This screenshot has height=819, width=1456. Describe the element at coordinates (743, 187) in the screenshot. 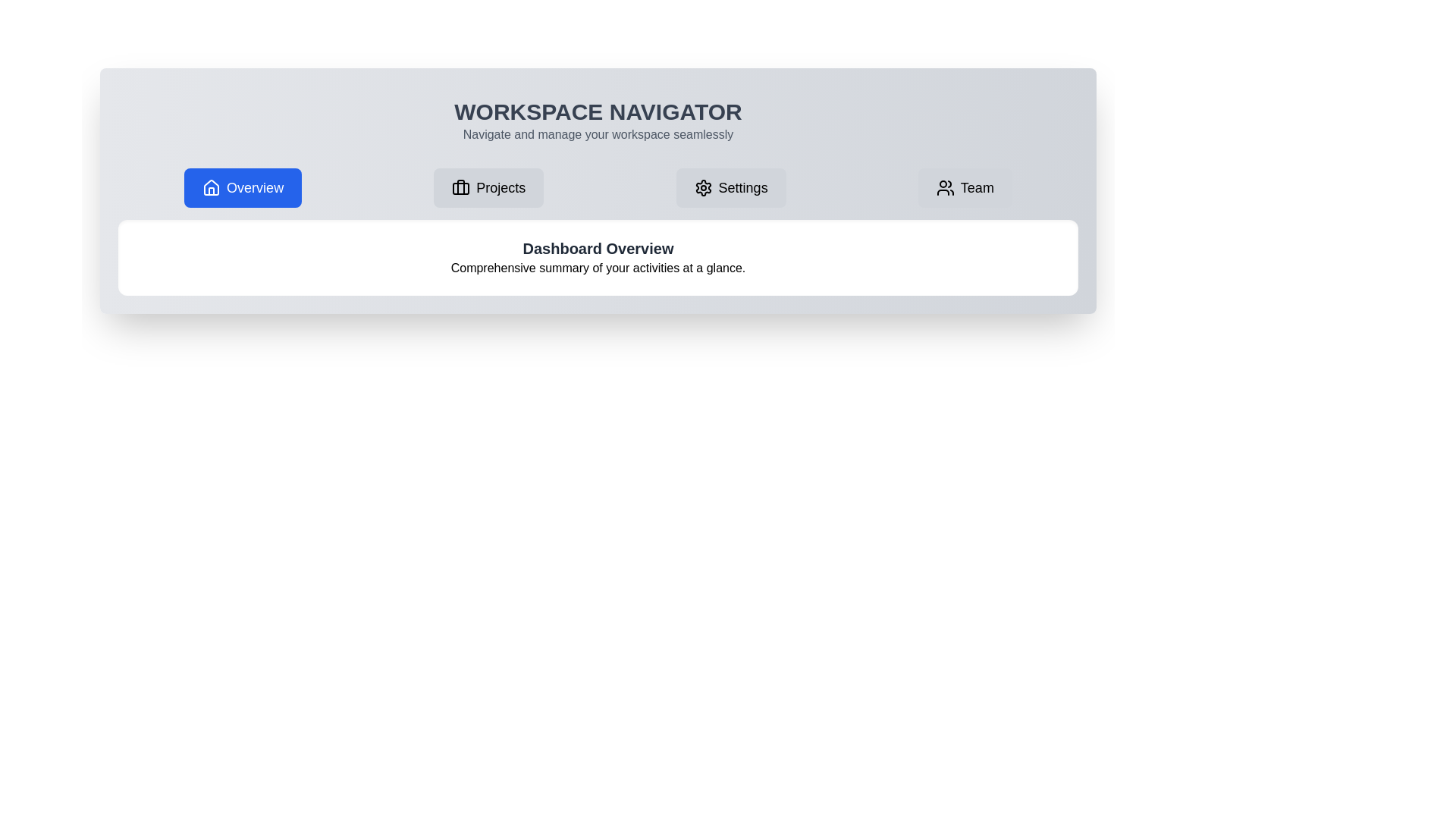

I see `the text label located in the primary navigation bar, which serves as the label for a settings or configuration button, positioned between the 'Projects' and 'Team' buttons` at that location.